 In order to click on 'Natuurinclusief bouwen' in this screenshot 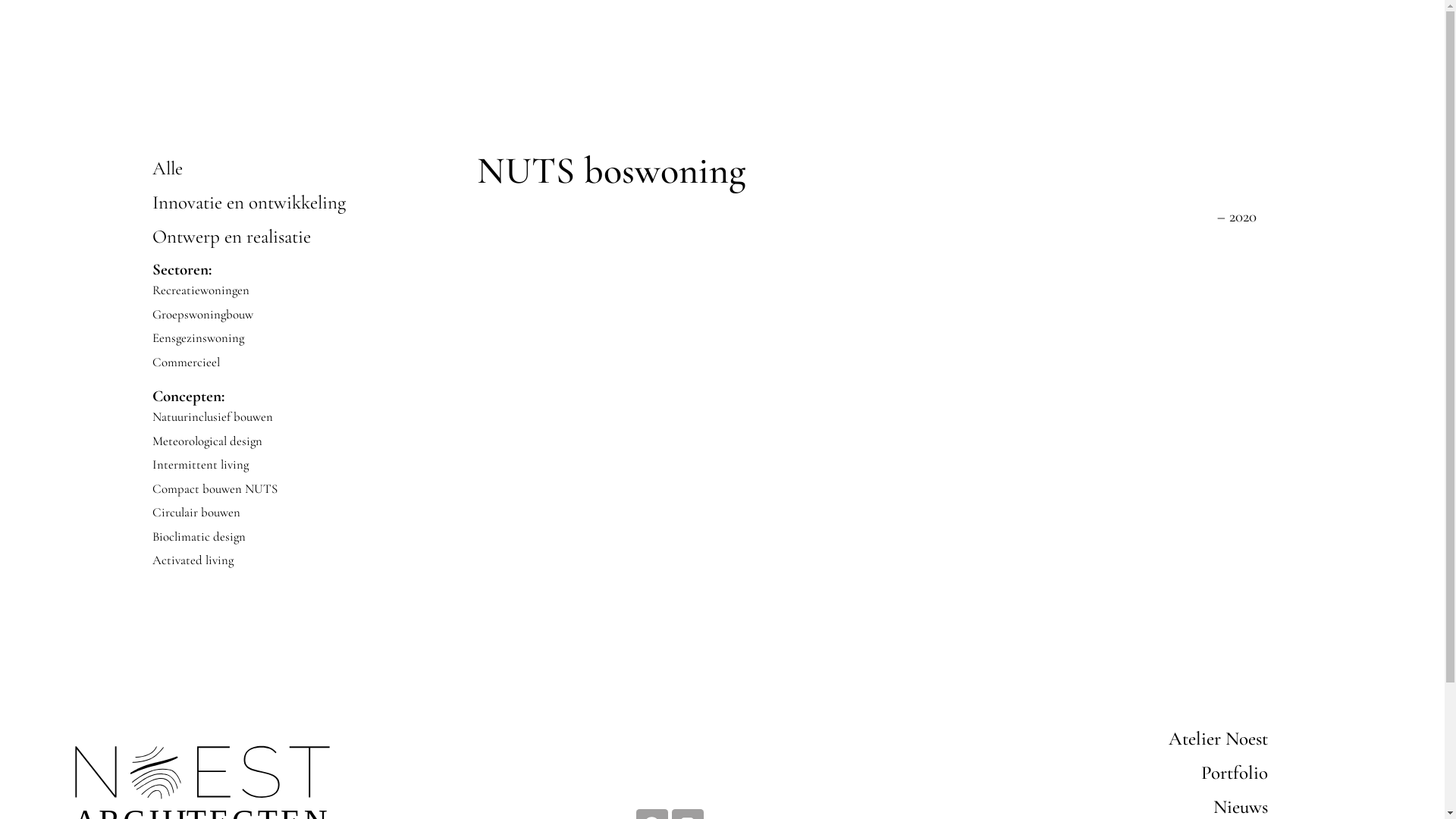, I will do `click(152, 416)`.